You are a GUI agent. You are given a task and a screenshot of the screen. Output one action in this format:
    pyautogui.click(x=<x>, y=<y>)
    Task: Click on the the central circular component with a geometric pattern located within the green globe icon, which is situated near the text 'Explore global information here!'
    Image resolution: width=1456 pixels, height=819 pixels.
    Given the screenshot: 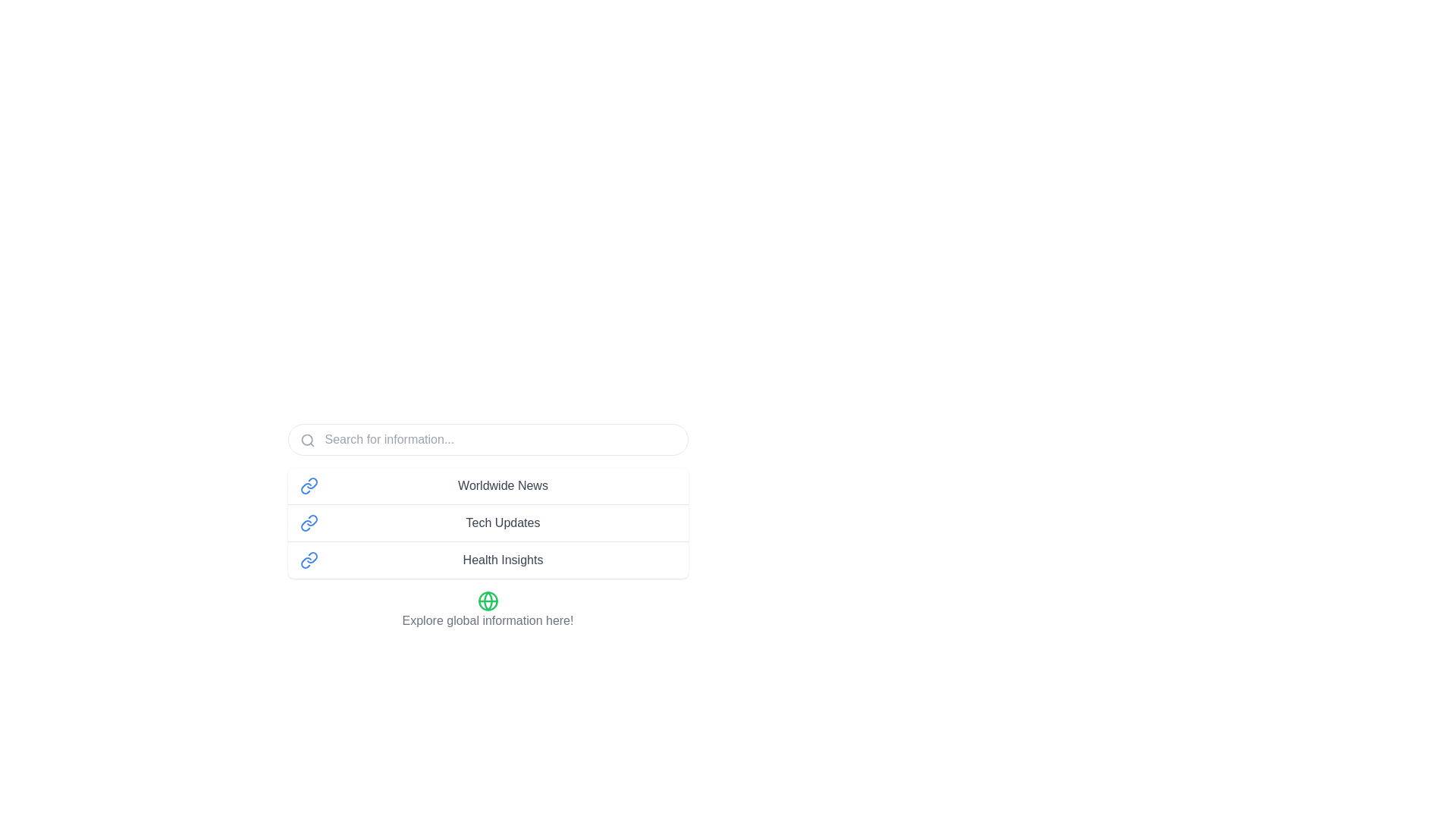 What is the action you would take?
    pyautogui.click(x=488, y=601)
    